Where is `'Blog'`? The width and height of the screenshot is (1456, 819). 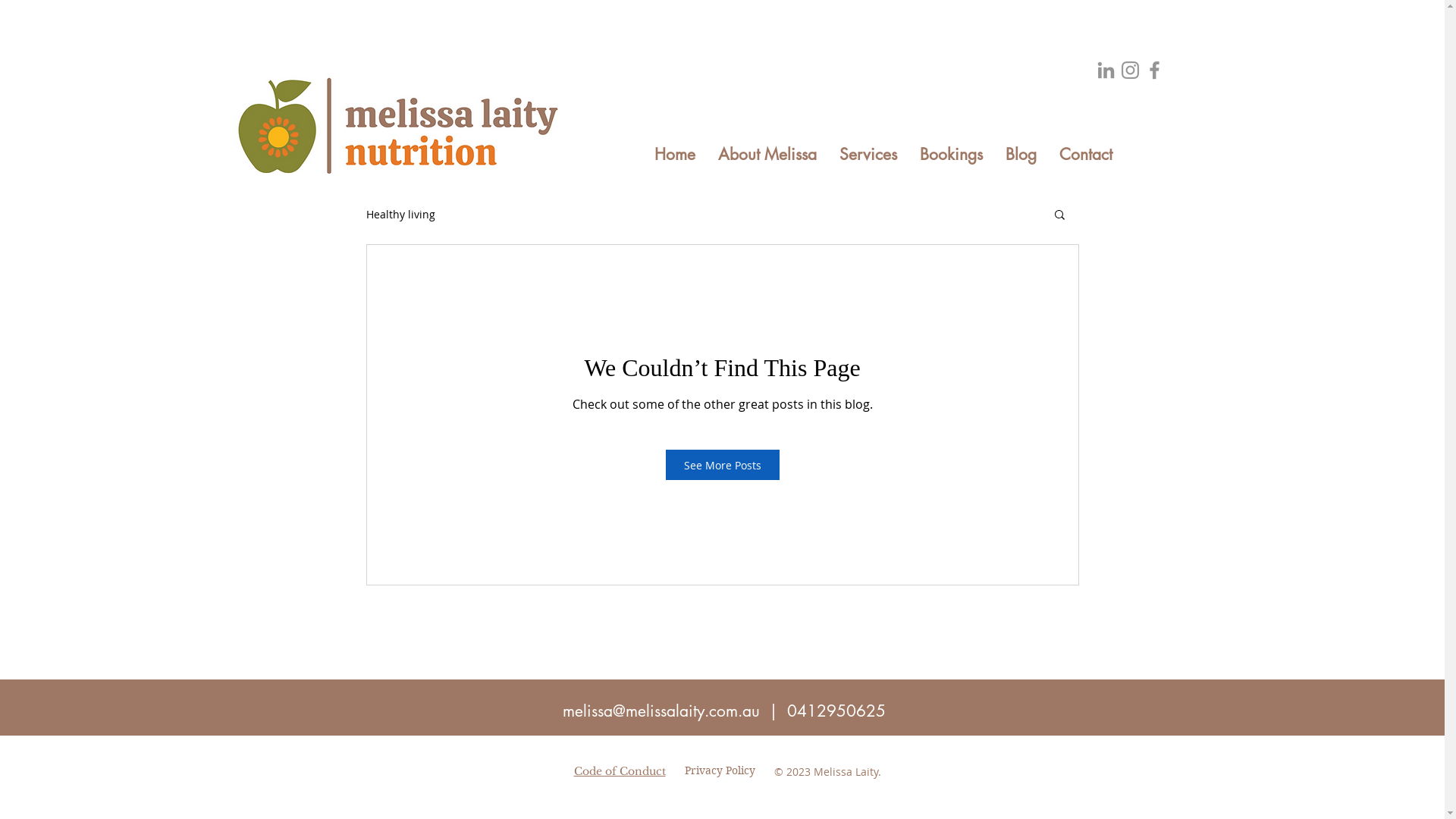 'Blog' is located at coordinates (993, 155).